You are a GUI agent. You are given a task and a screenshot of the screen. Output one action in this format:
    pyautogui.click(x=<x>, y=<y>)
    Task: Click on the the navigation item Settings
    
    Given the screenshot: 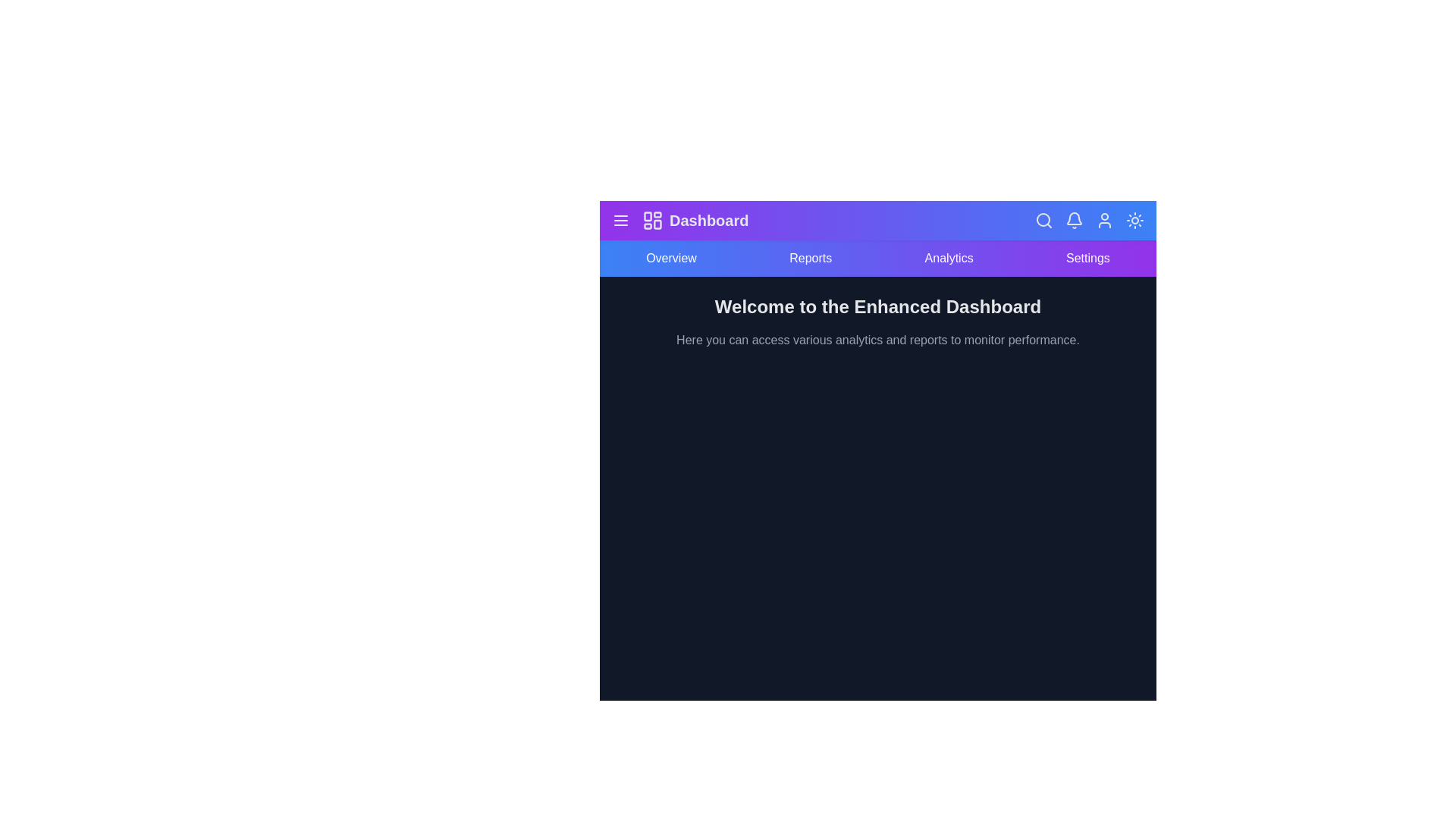 What is the action you would take?
    pyautogui.click(x=1087, y=257)
    